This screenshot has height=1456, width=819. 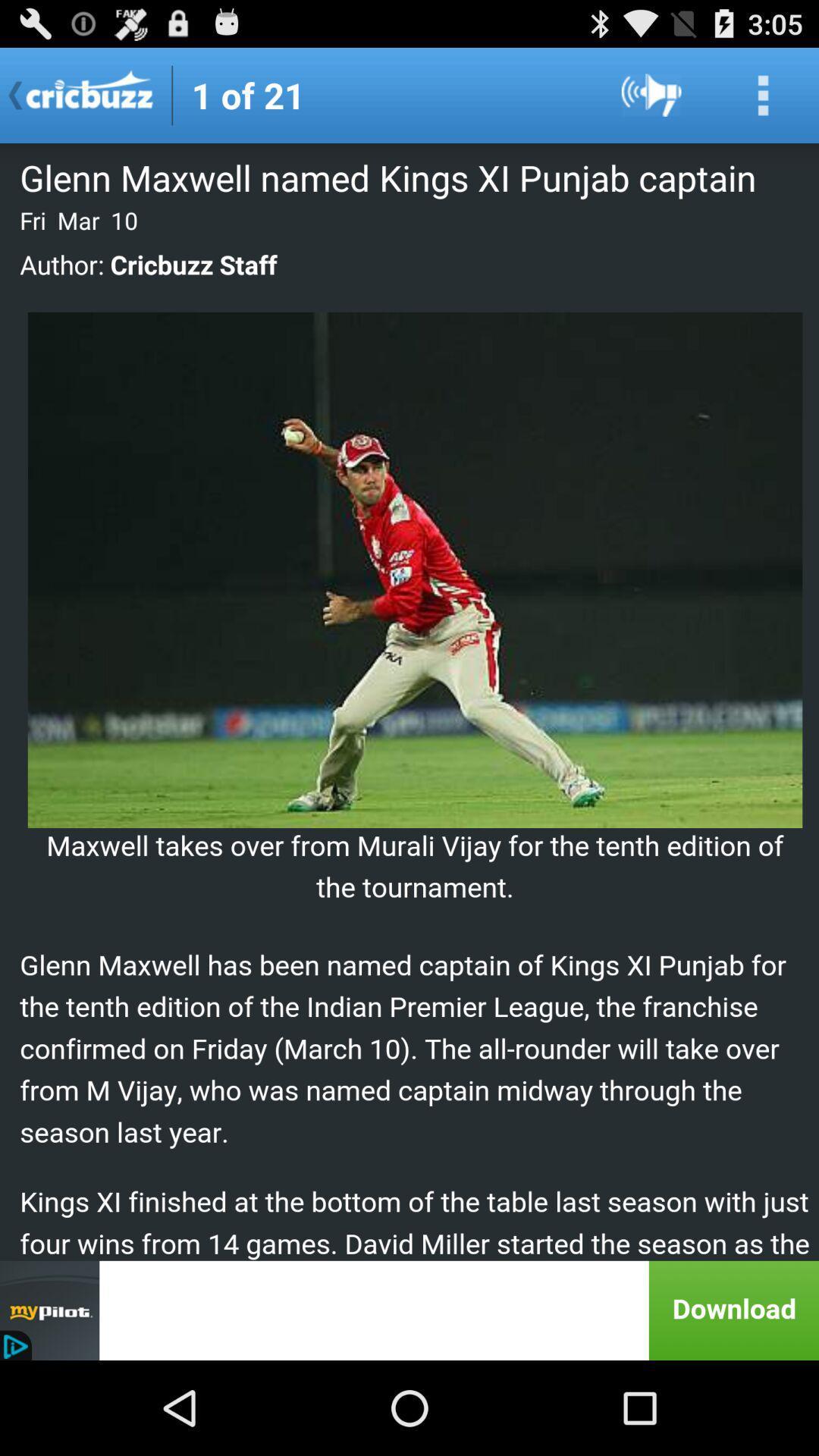 What do you see at coordinates (763, 94) in the screenshot?
I see `more options` at bounding box center [763, 94].